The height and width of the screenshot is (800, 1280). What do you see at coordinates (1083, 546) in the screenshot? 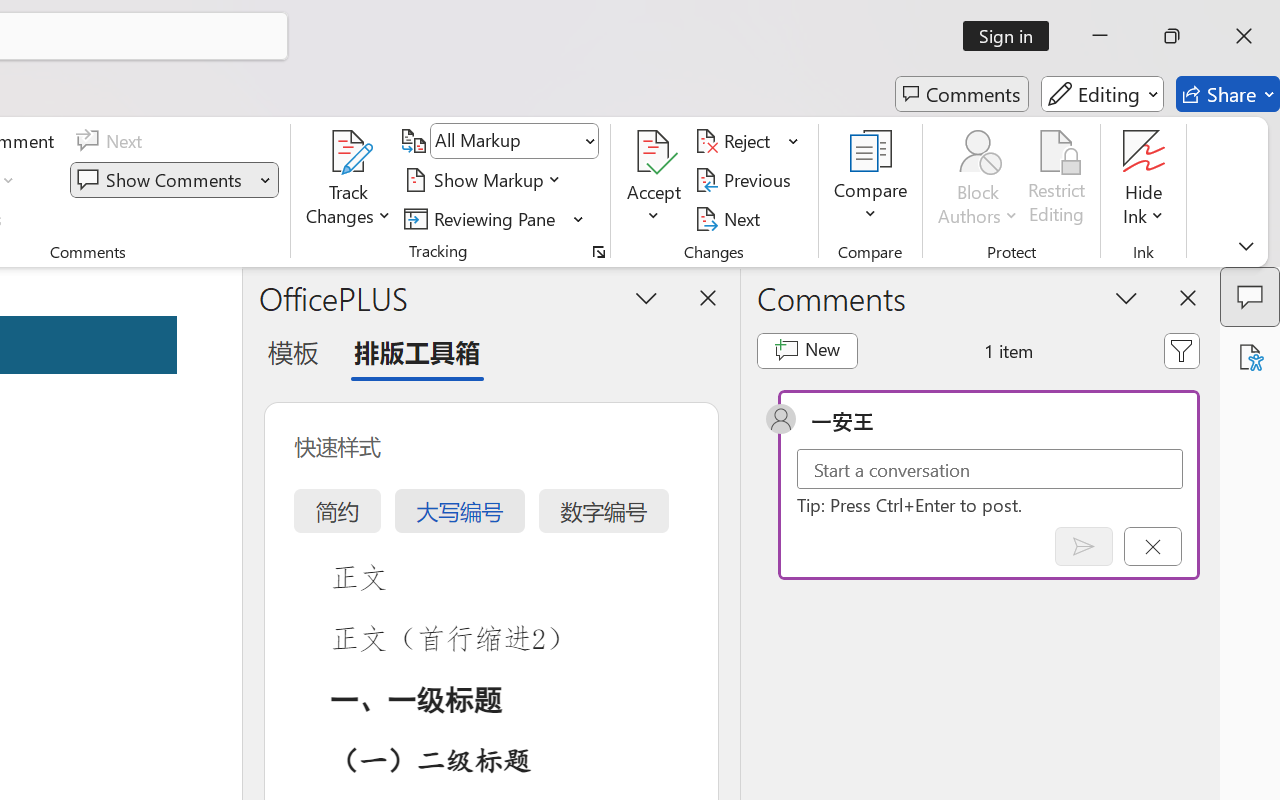
I see `'Post comment (Ctrl + Enter)'` at bounding box center [1083, 546].